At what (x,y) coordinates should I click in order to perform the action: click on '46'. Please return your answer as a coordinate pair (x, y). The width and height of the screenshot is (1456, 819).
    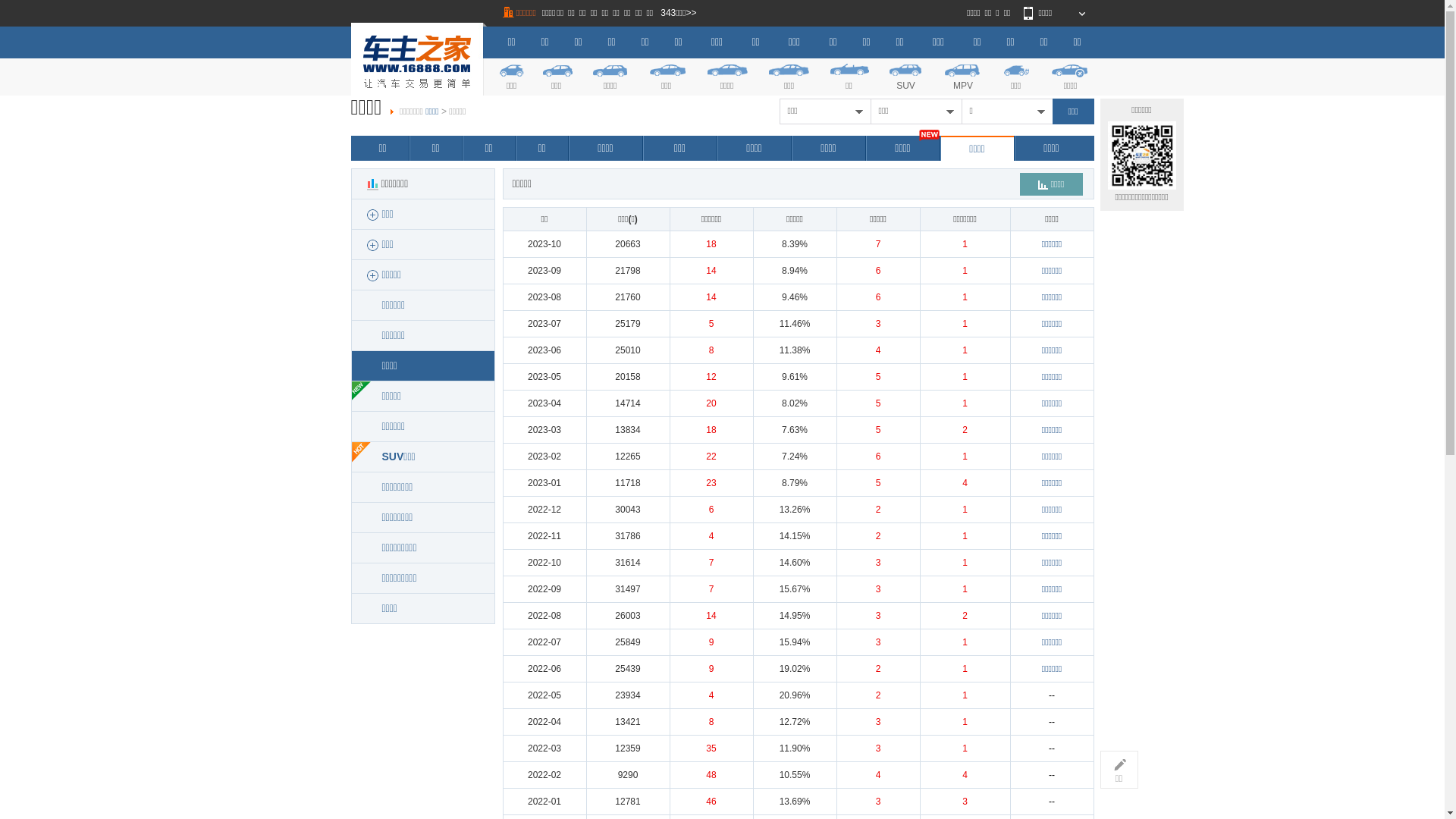
    Looking at the image, I should click on (705, 800).